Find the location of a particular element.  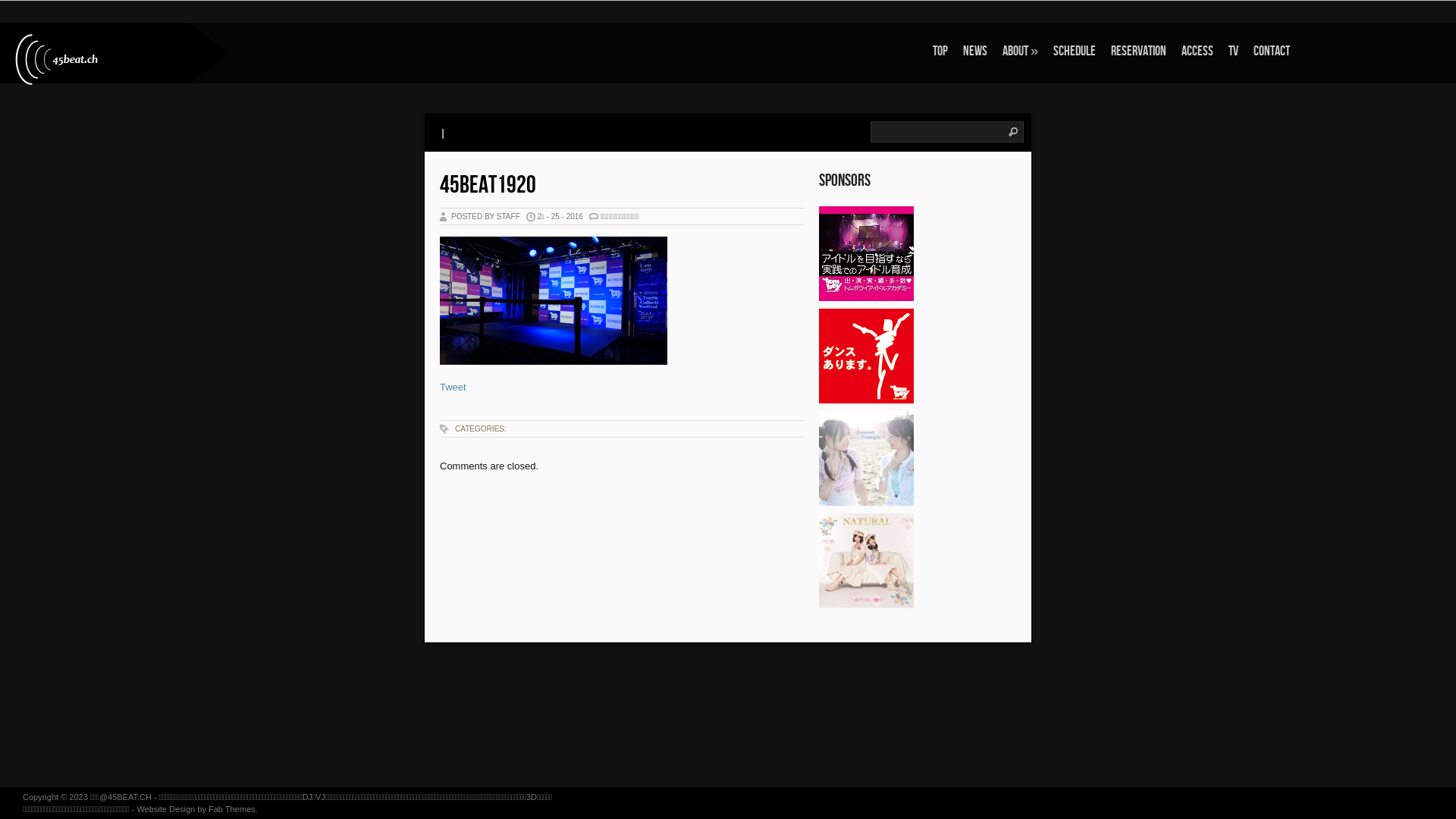

'Fab Themes' is located at coordinates (231, 808).